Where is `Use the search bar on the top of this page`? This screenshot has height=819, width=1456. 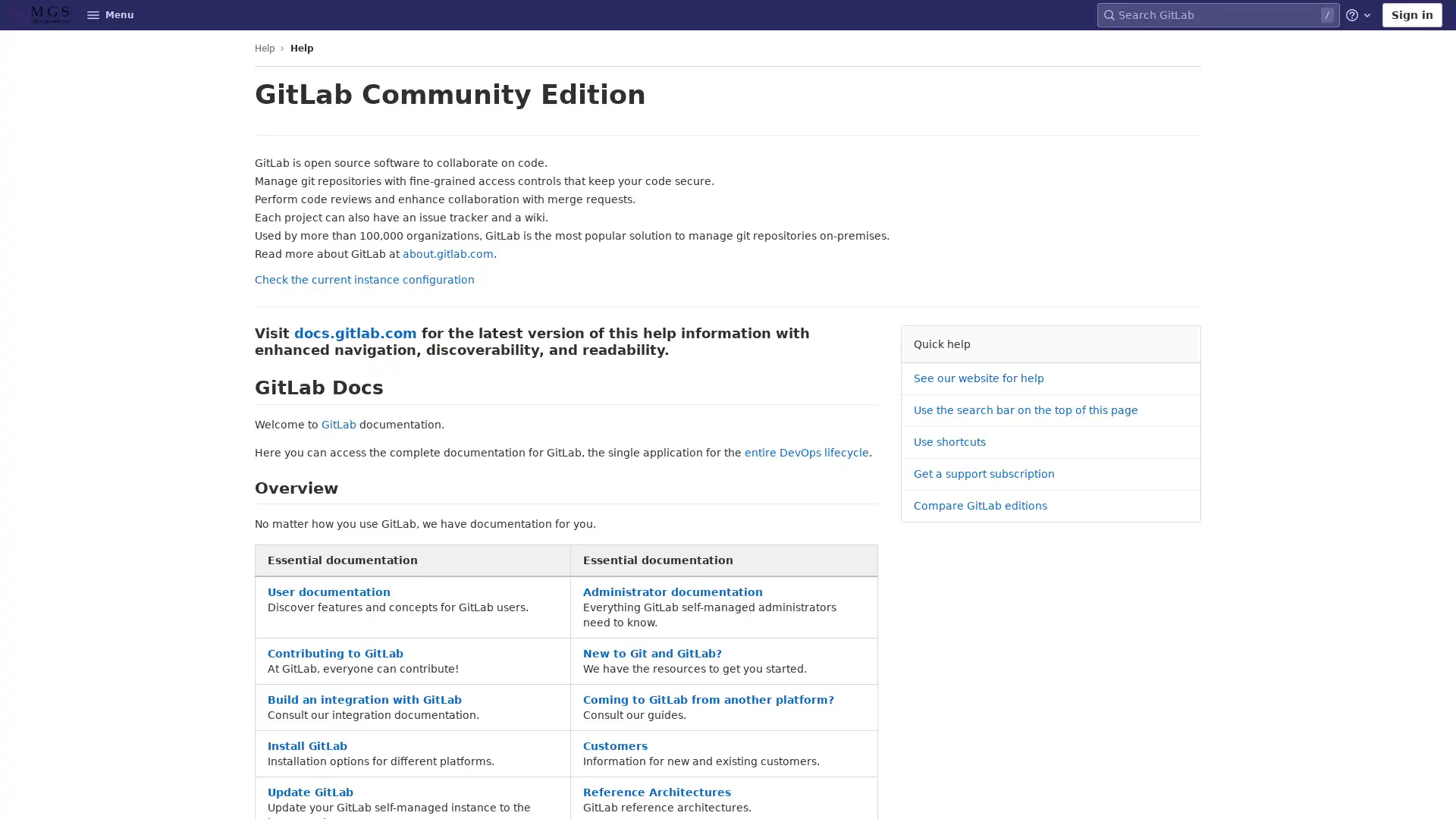
Use the search bar on the top of this page is located at coordinates (1026, 410).